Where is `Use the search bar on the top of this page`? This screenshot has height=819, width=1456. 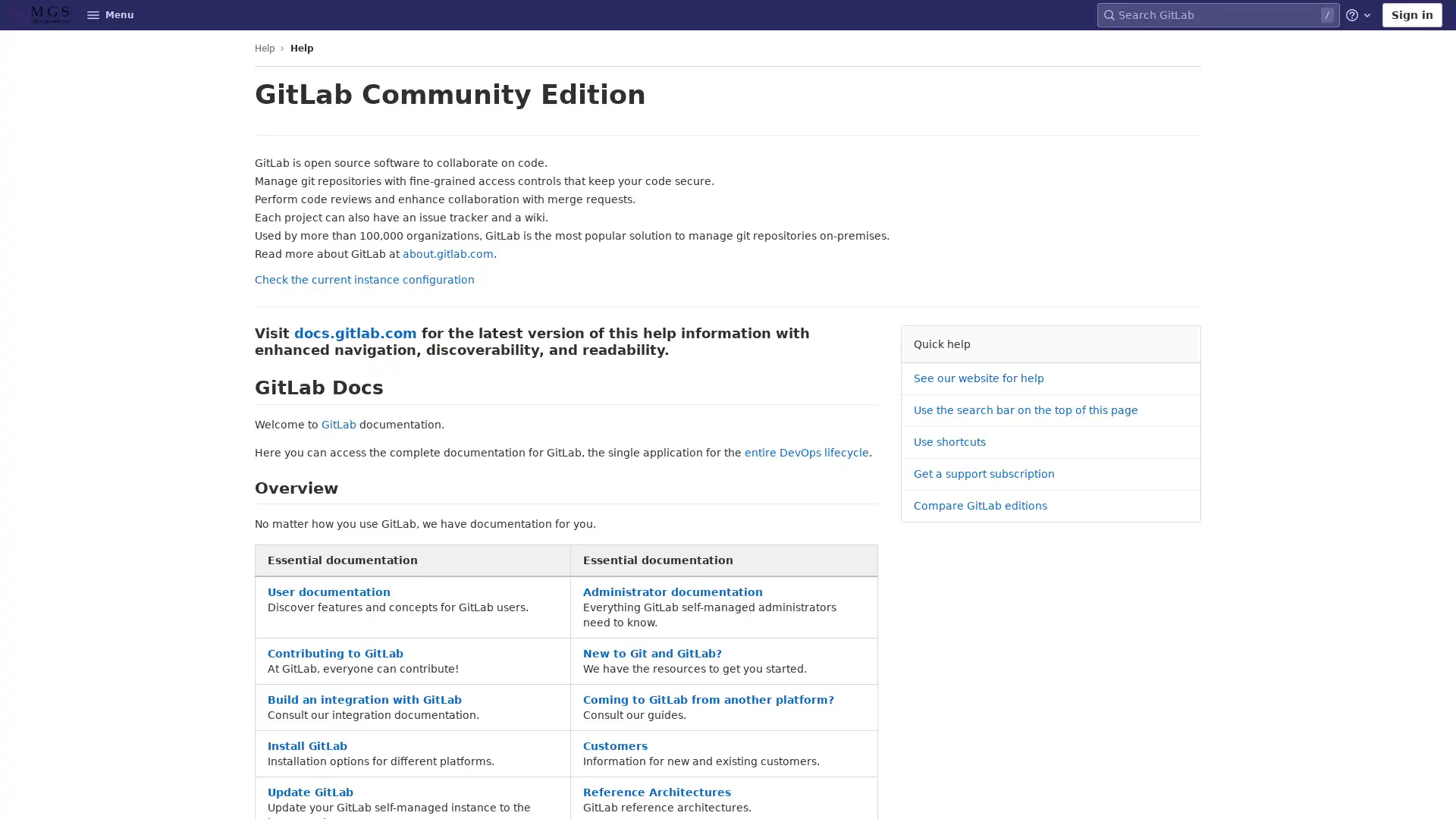
Use the search bar on the top of this page is located at coordinates (1026, 410).